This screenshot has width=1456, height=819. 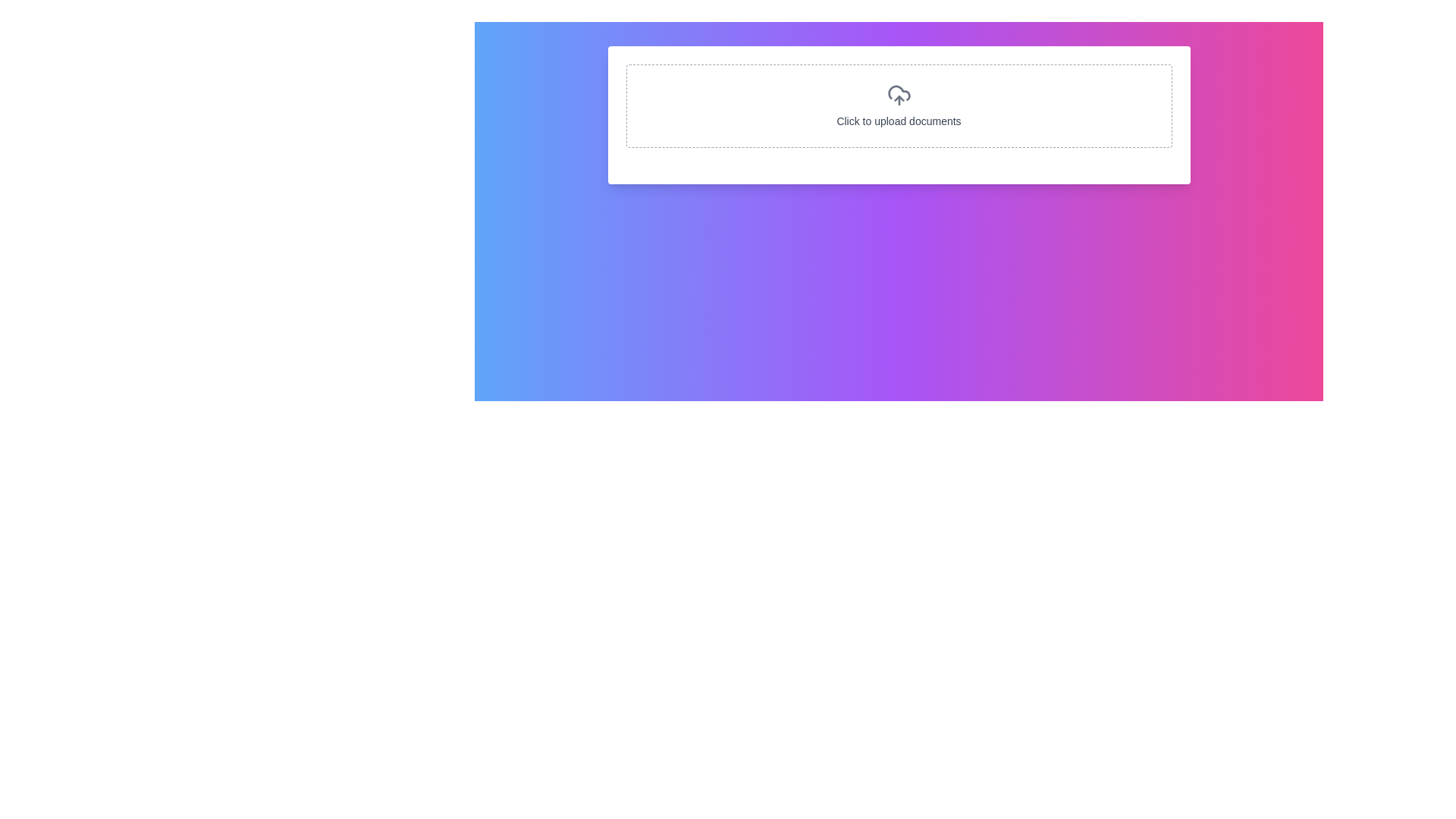 What do you see at coordinates (899, 96) in the screenshot?
I see `the SVG upload icon resembling a cloud with an upward-pointing arrow, located at the top center of the bordered rectangular area` at bounding box center [899, 96].